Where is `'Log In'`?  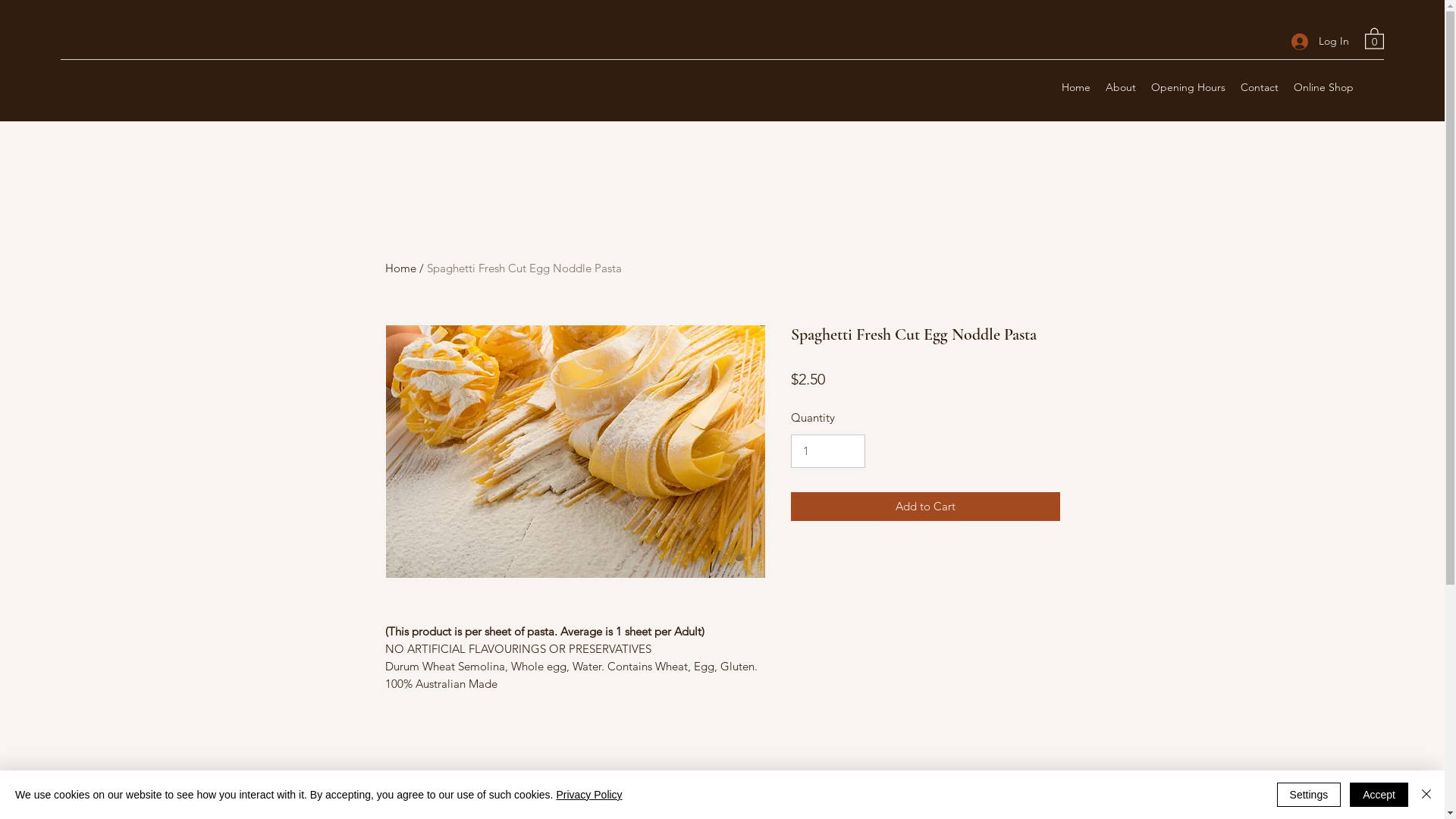 'Log In' is located at coordinates (1280, 40).